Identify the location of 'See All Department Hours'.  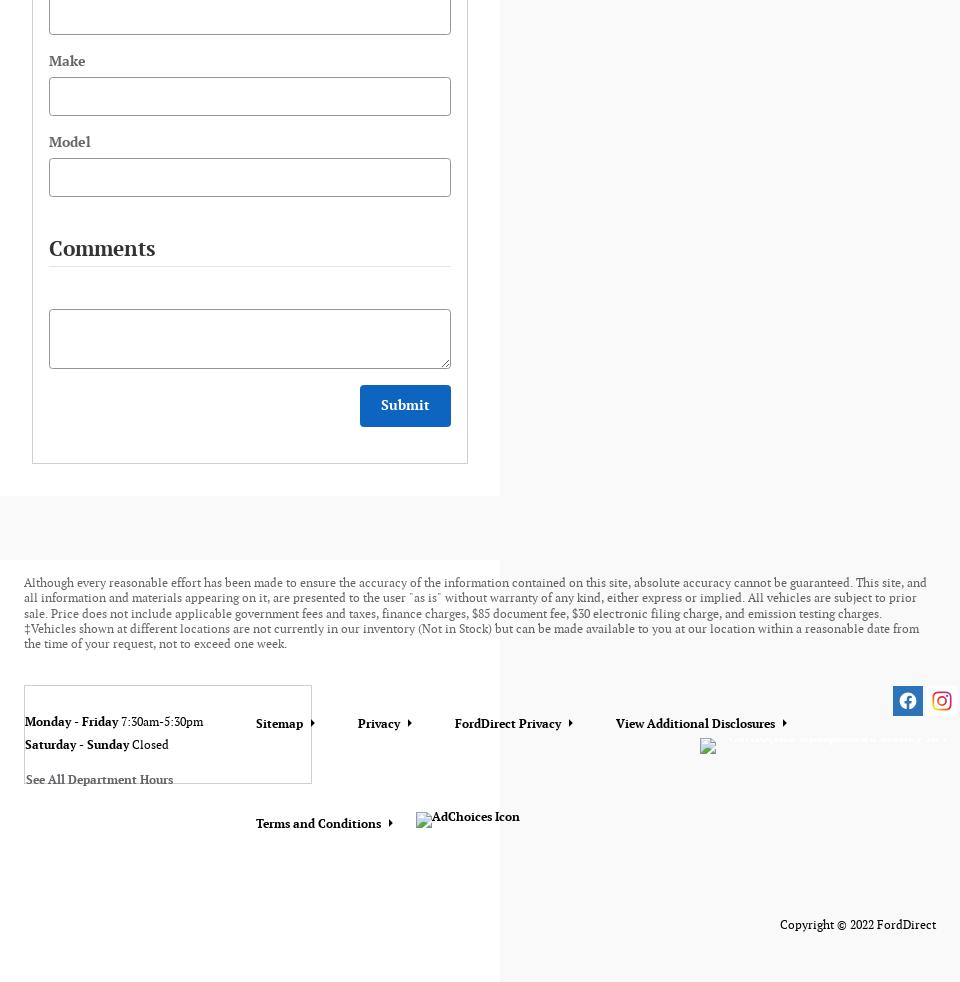
(99, 780).